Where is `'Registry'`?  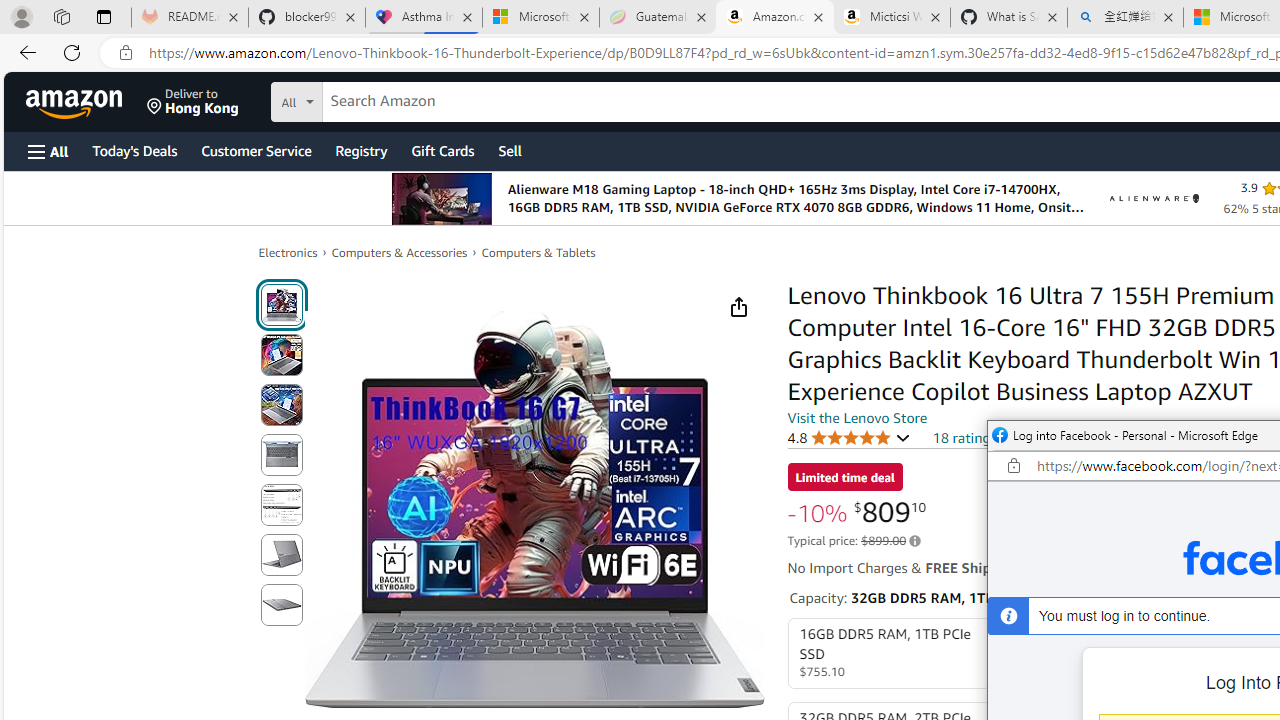 'Registry' is located at coordinates (360, 149).